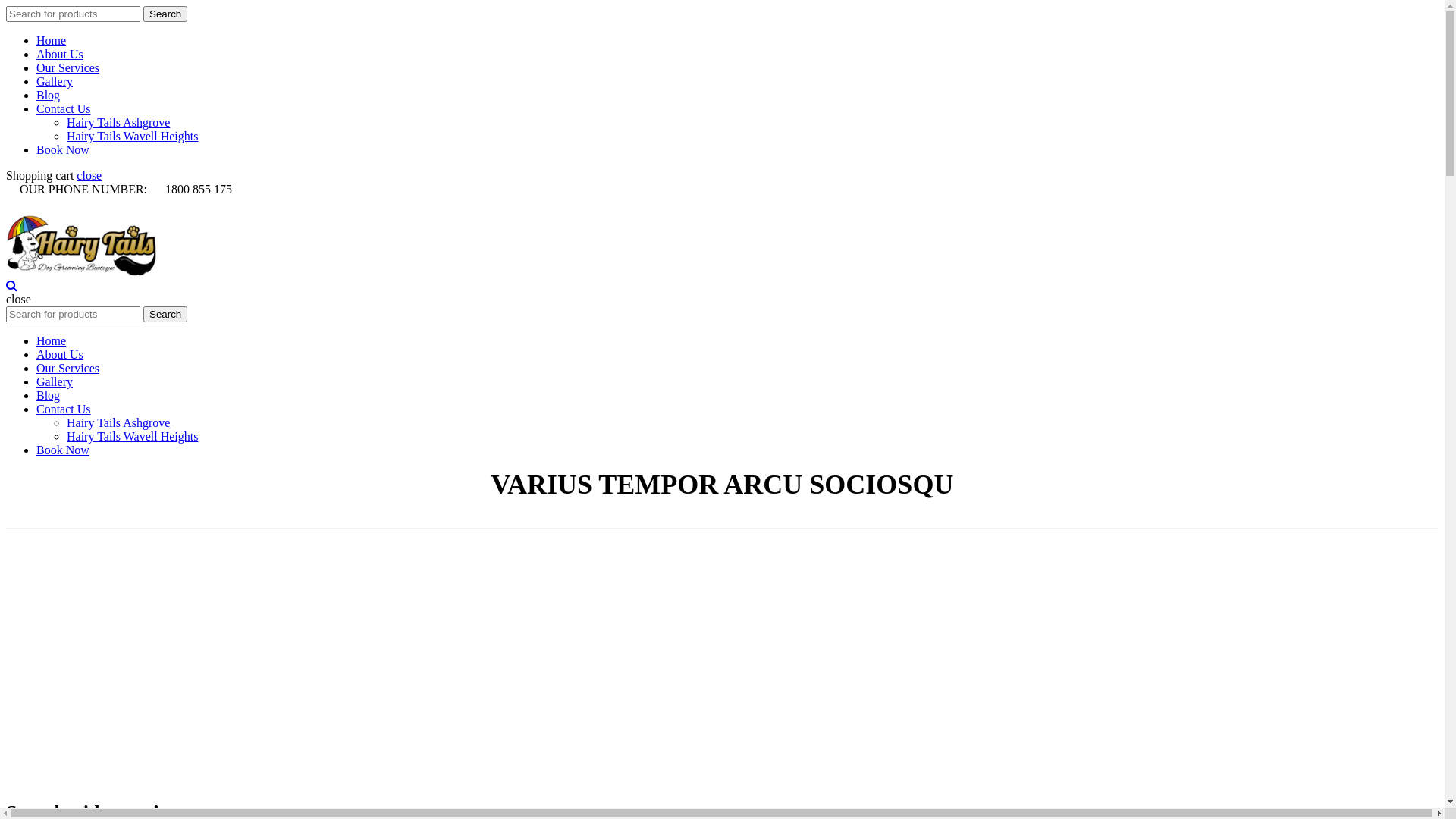 The width and height of the screenshot is (1456, 819). Describe the element at coordinates (195, 664) in the screenshot. I see `'Delirius // mural painting'` at that location.